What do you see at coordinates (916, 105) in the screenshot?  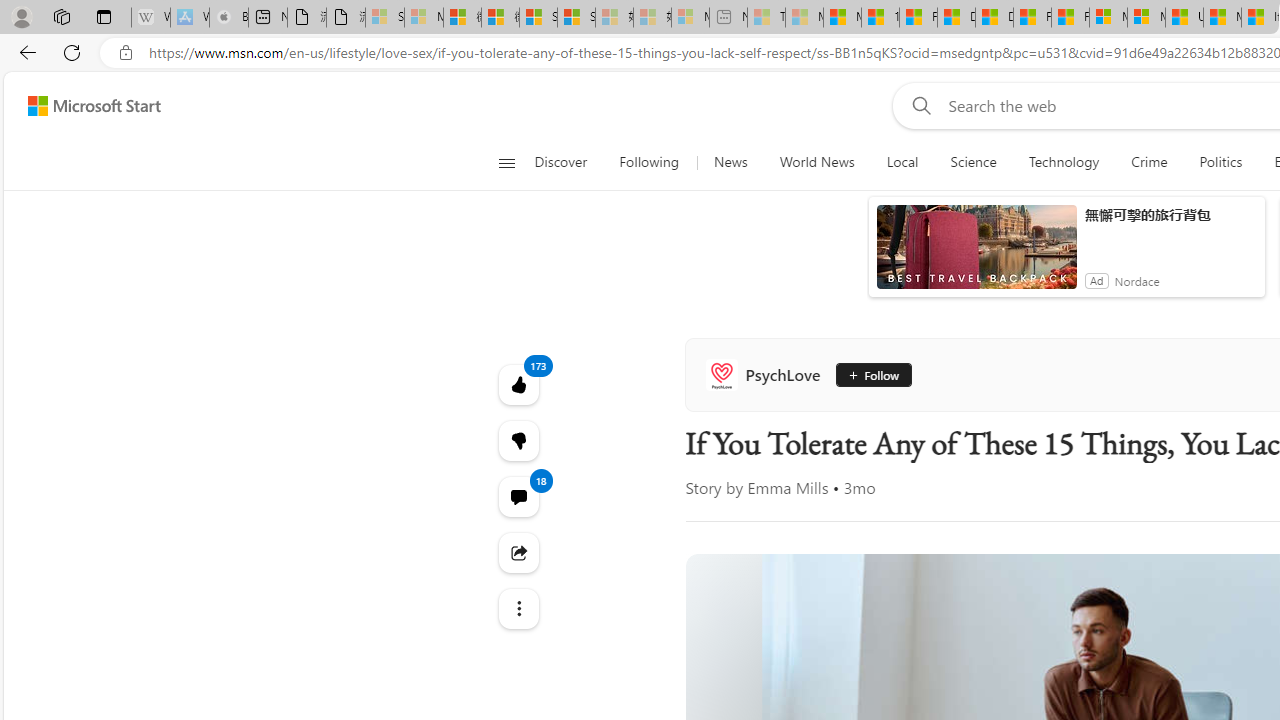 I see `'Web search'` at bounding box center [916, 105].